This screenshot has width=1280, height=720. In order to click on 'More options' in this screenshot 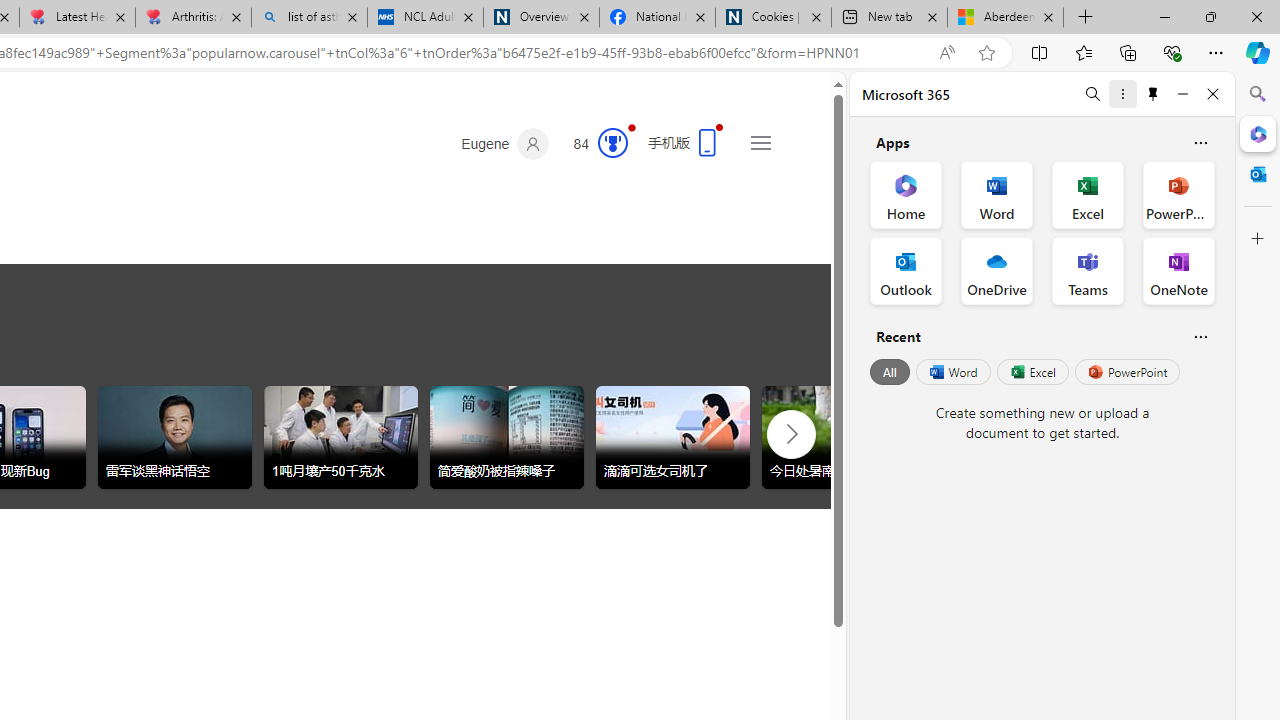, I will do `click(1122, 93)`.